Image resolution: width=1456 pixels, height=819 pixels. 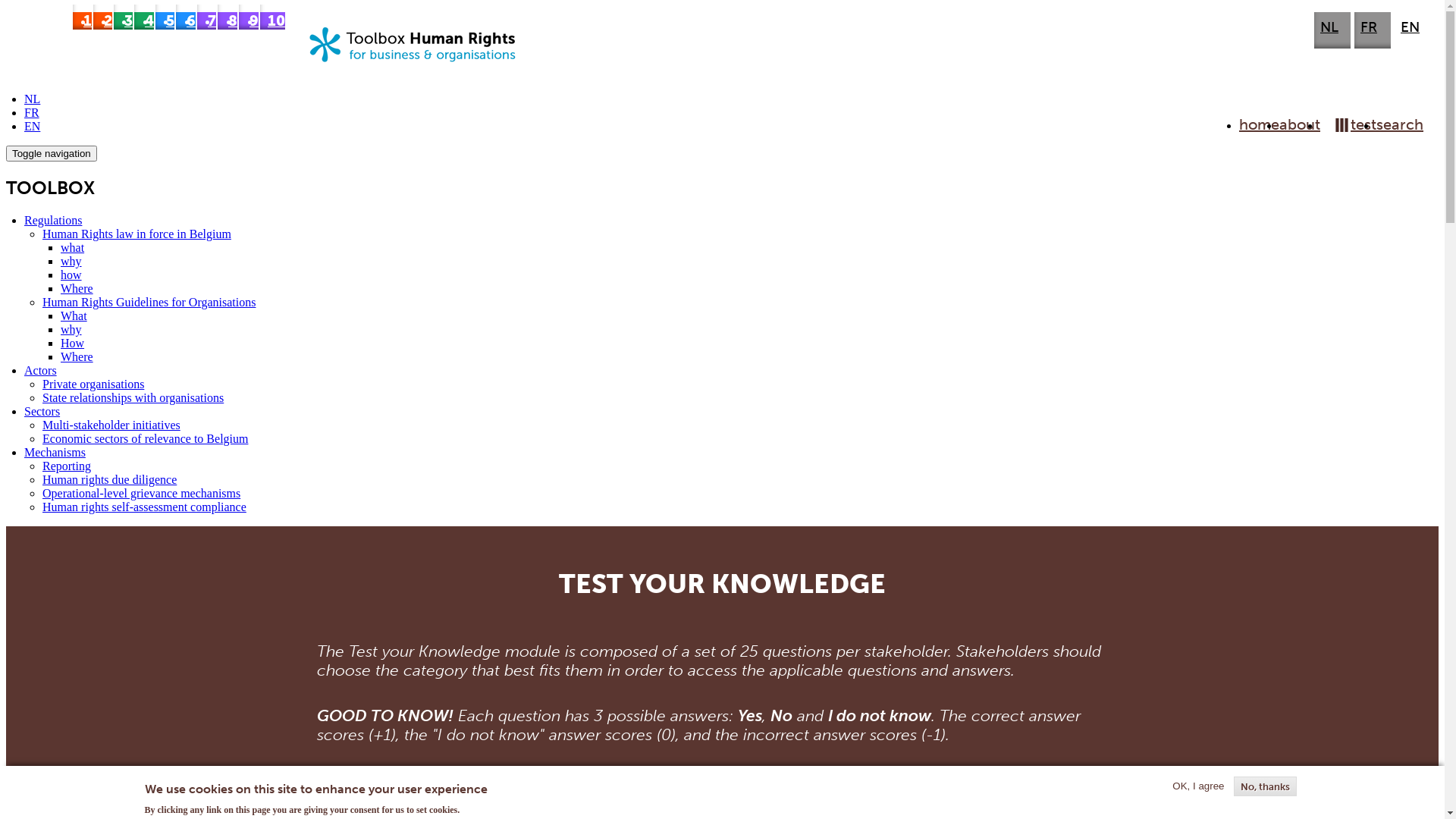 I want to click on 'OK, I agree', so click(x=1165, y=785).